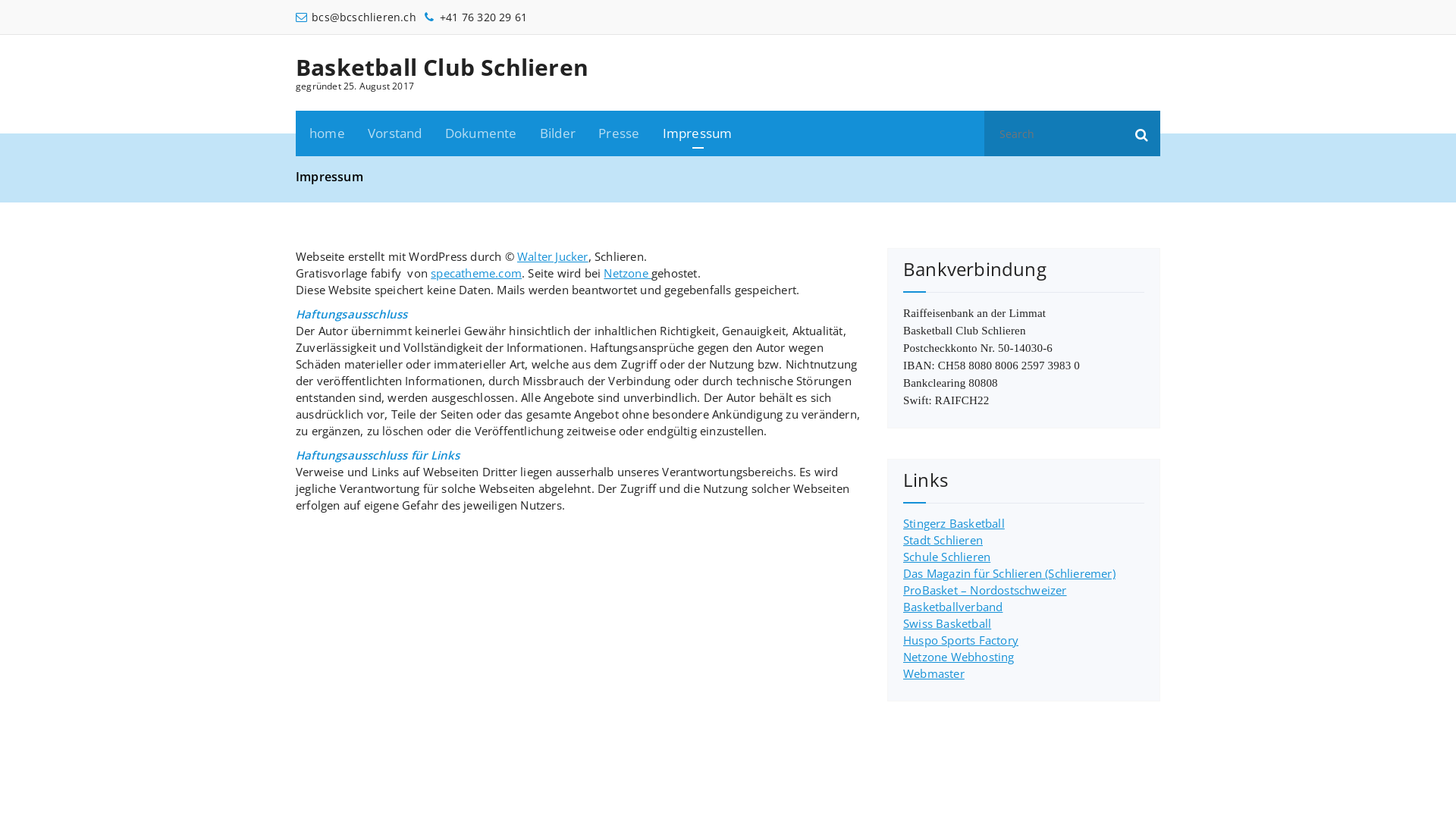  What do you see at coordinates (441, 66) in the screenshot?
I see `'Basketball Club Schlieren'` at bounding box center [441, 66].